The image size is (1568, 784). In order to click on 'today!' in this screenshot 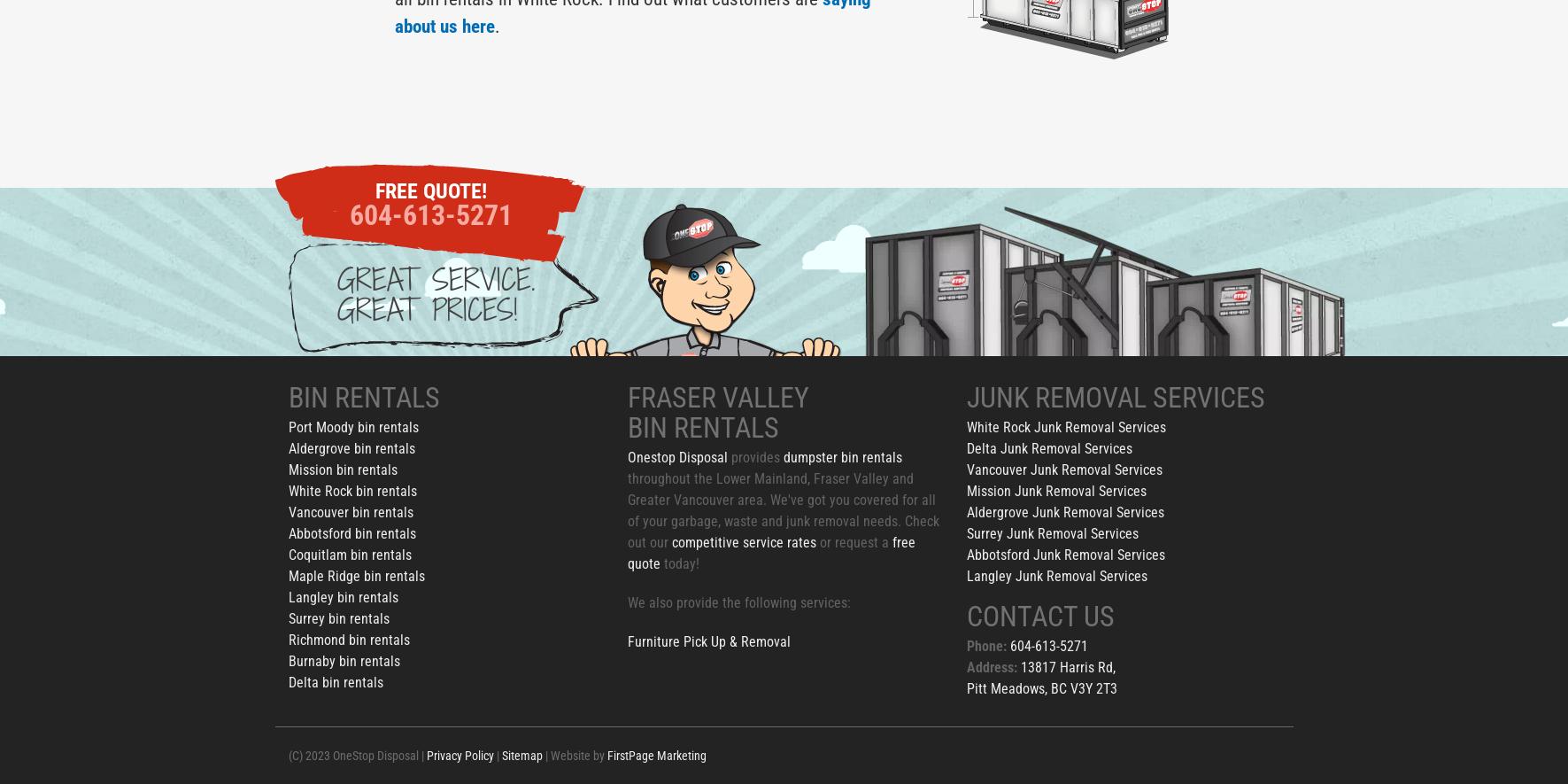, I will do `click(678, 563)`.